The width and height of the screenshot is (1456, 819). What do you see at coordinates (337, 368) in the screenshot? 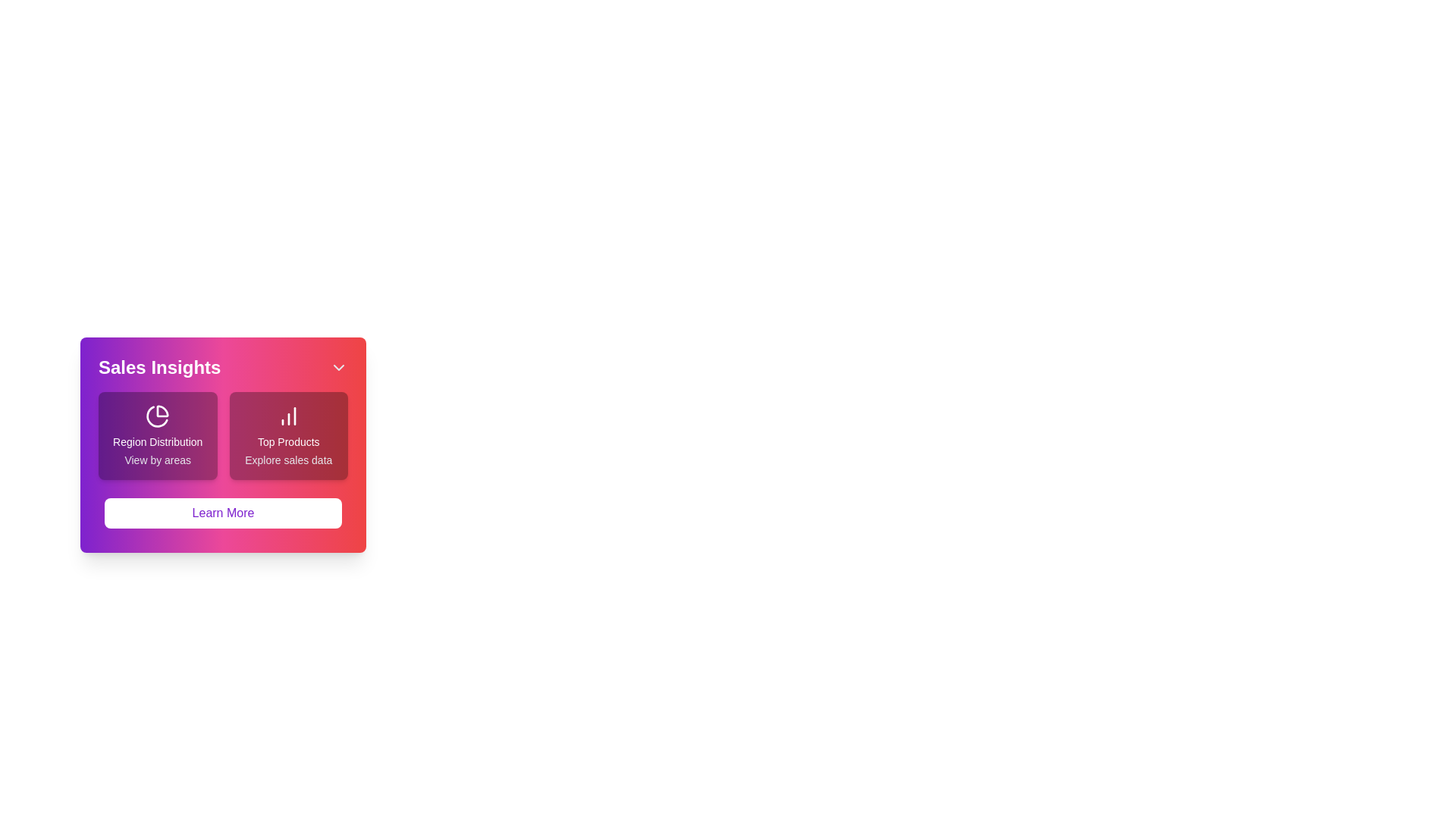
I see `the dropdown toggle icon located at the top-right corner of the 'Sales Insights' header box` at bounding box center [337, 368].